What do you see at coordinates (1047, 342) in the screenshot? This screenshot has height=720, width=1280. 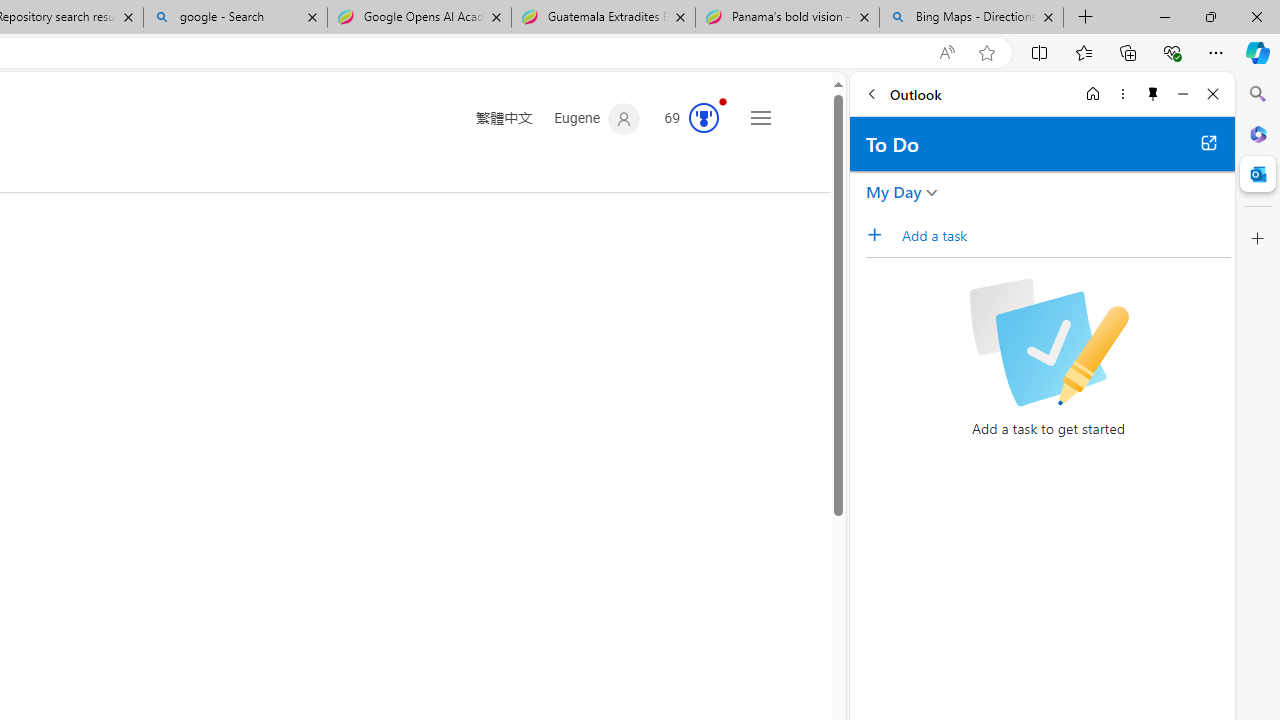 I see `'Checkbox with a pencil'` at bounding box center [1047, 342].